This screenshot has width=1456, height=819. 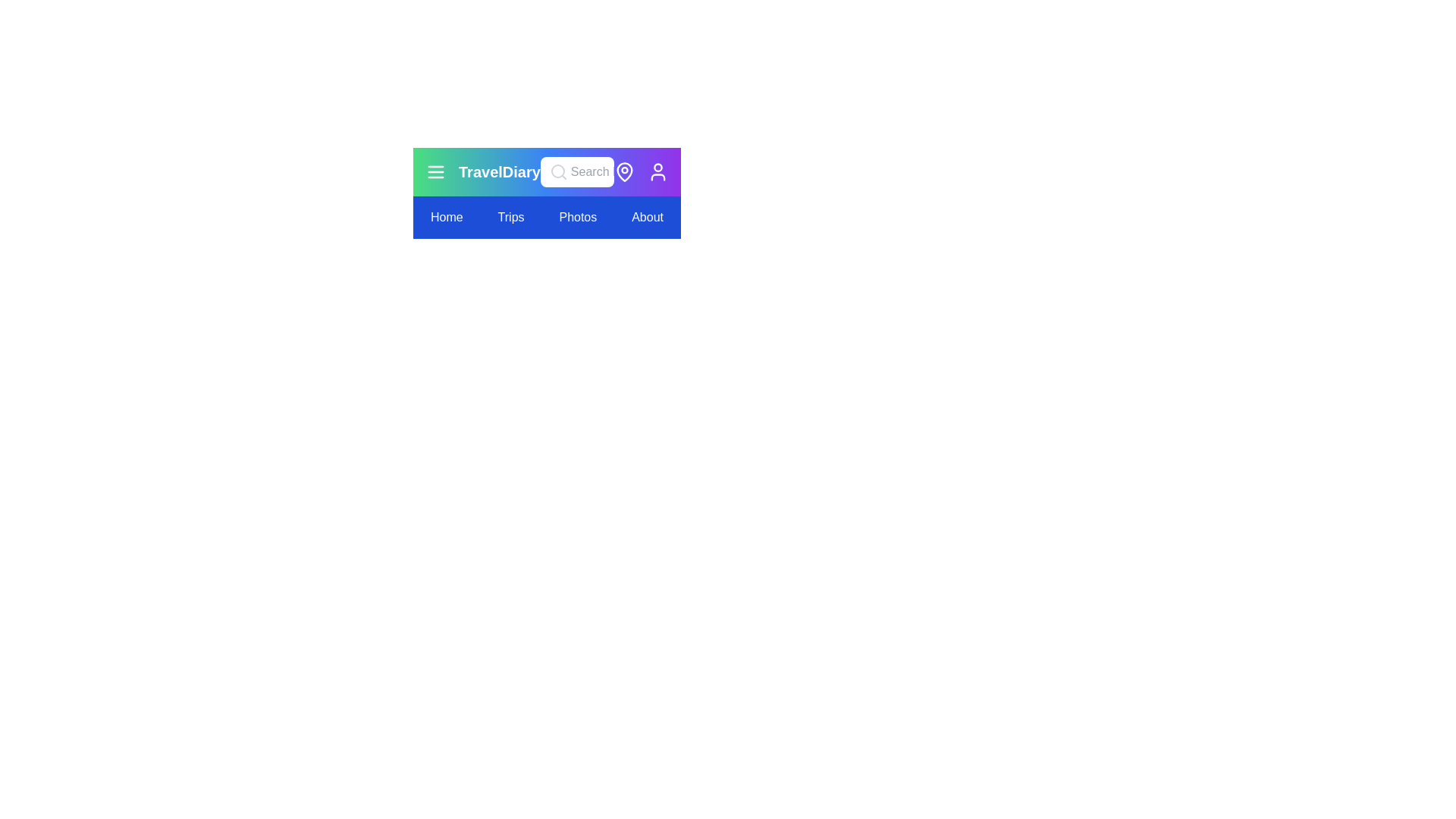 What do you see at coordinates (648, 217) in the screenshot?
I see `the menu item labeled About` at bounding box center [648, 217].